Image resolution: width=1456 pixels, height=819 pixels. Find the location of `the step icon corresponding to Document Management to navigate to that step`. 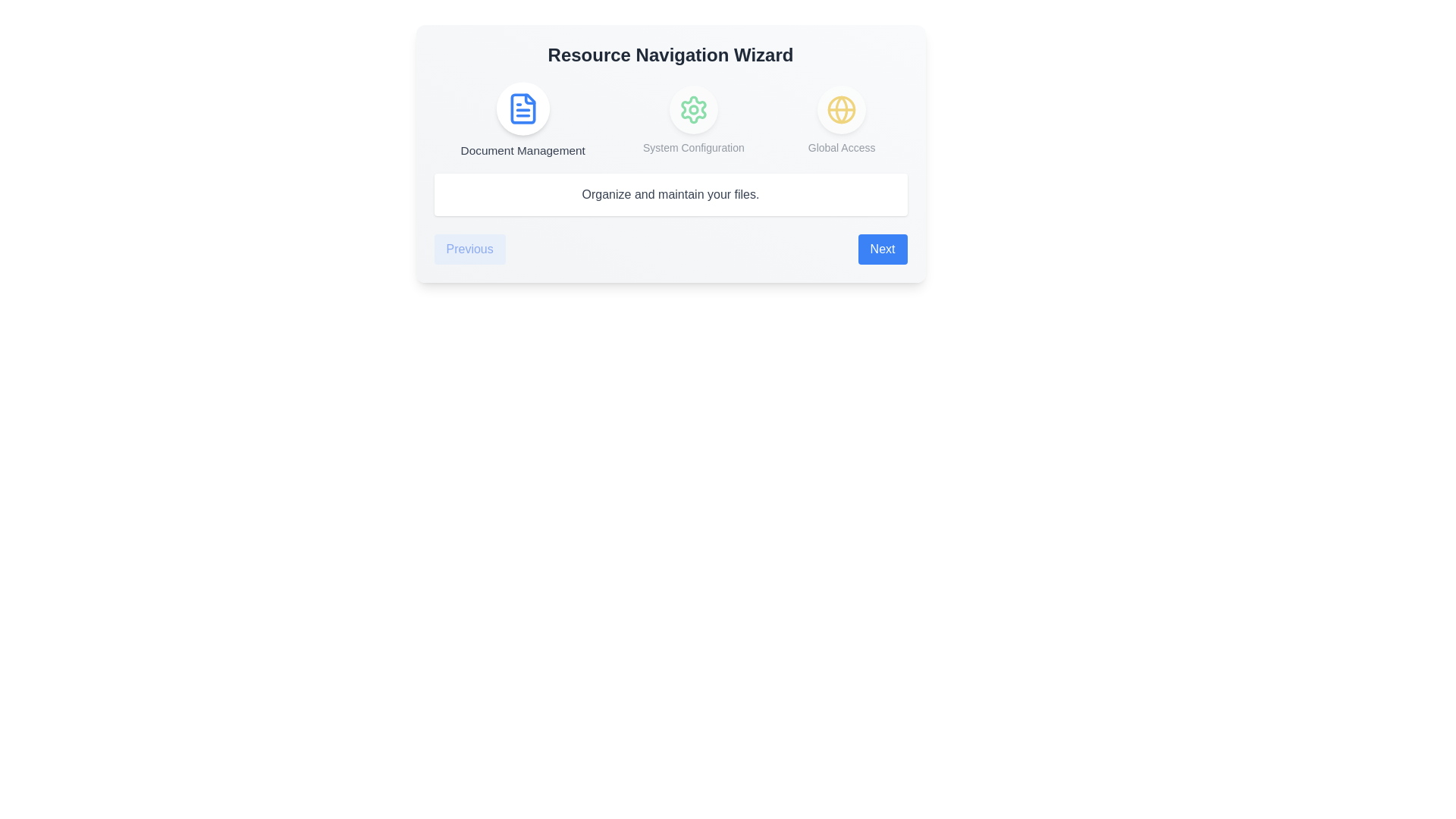

the step icon corresponding to Document Management to navigate to that step is located at coordinates (522, 119).